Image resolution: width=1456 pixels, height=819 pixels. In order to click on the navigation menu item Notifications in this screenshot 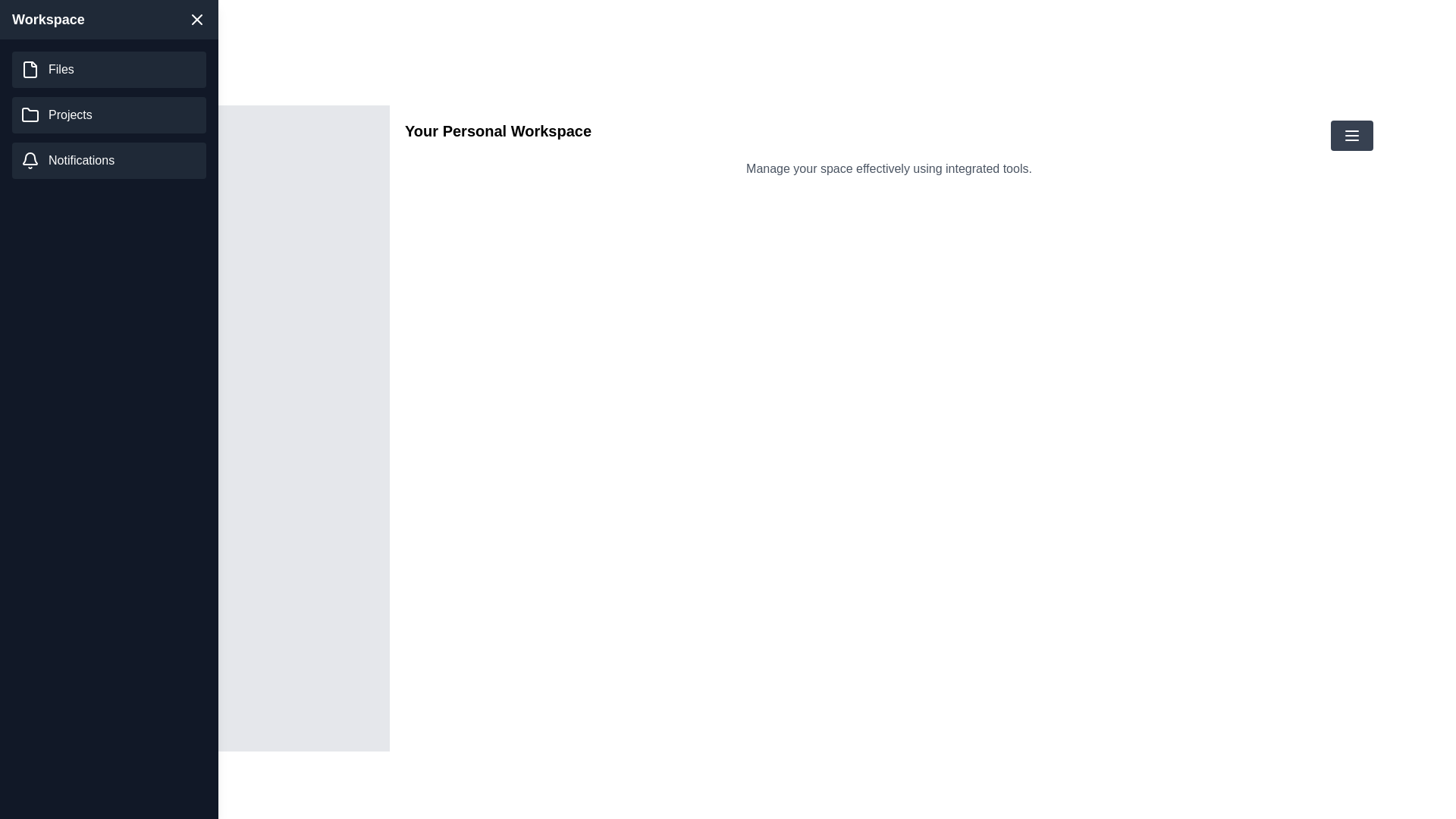, I will do `click(108, 161)`.